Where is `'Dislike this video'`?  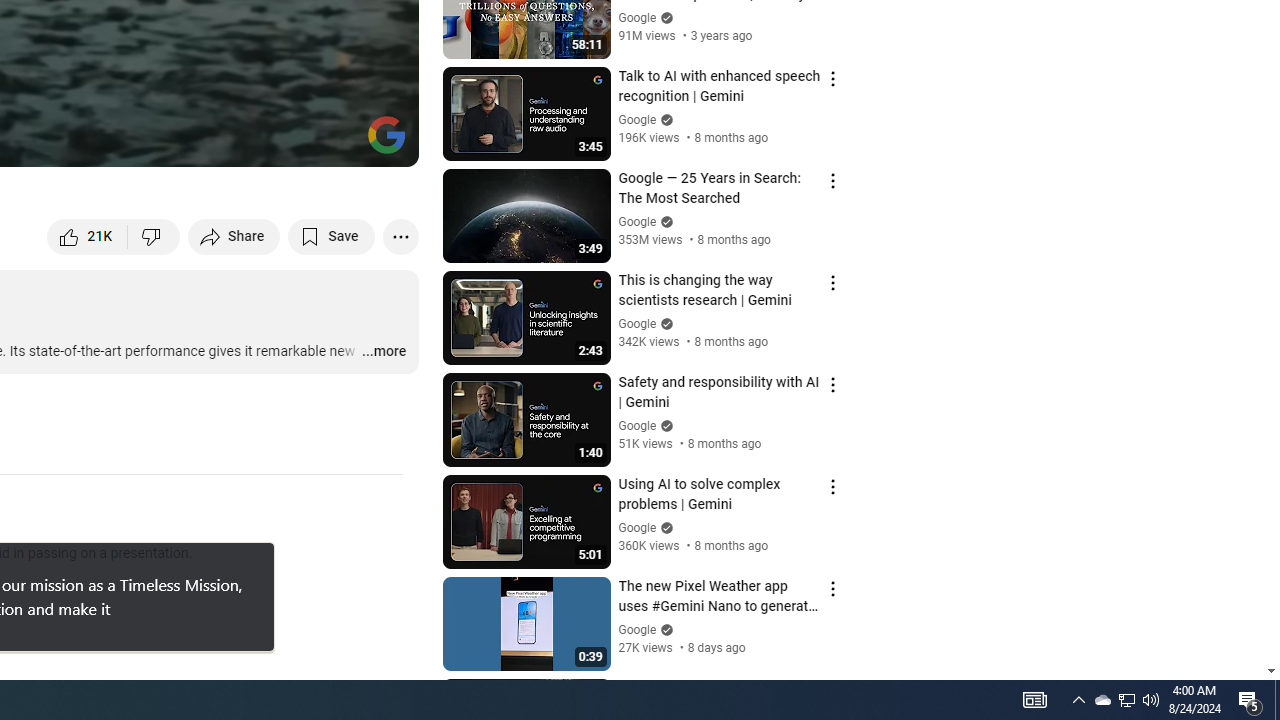 'Dislike this video' is located at coordinates (153, 235).